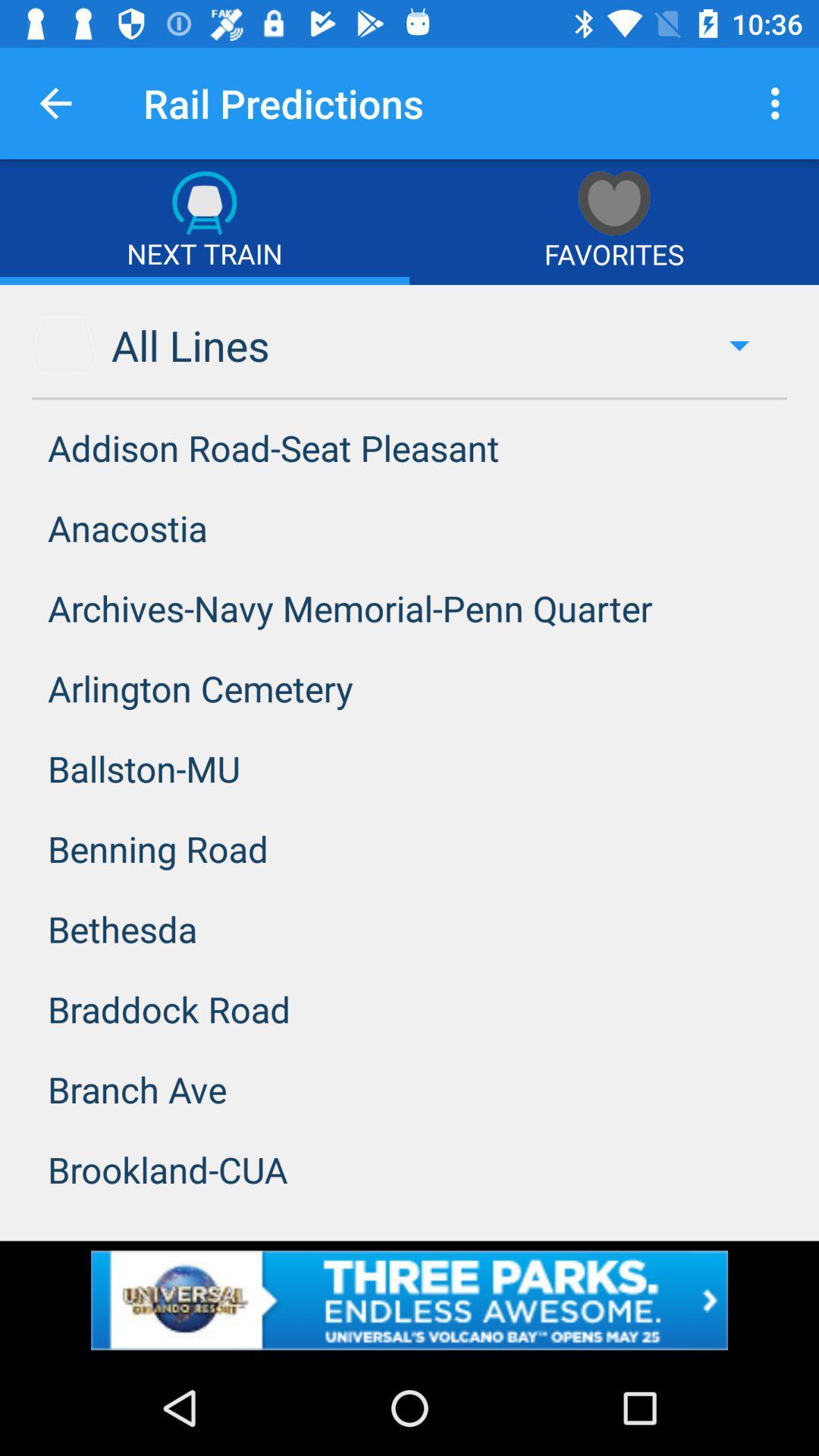 This screenshot has height=1456, width=819. Describe the element at coordinates (409, 848) in the screenshot. I see `the text which is below the ballstonmu` at that location.